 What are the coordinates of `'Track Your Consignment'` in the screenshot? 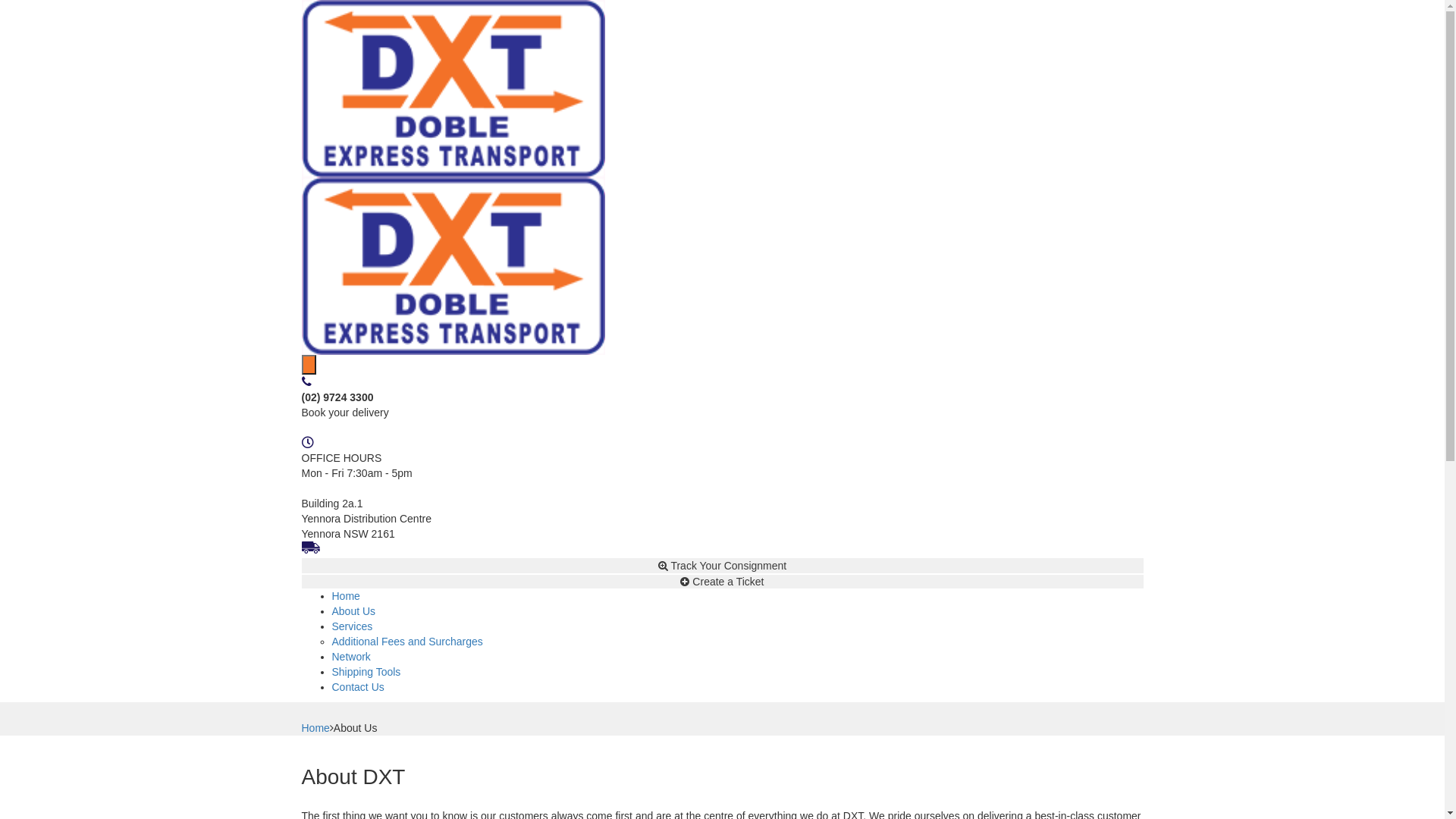 It's located at (722, 565).